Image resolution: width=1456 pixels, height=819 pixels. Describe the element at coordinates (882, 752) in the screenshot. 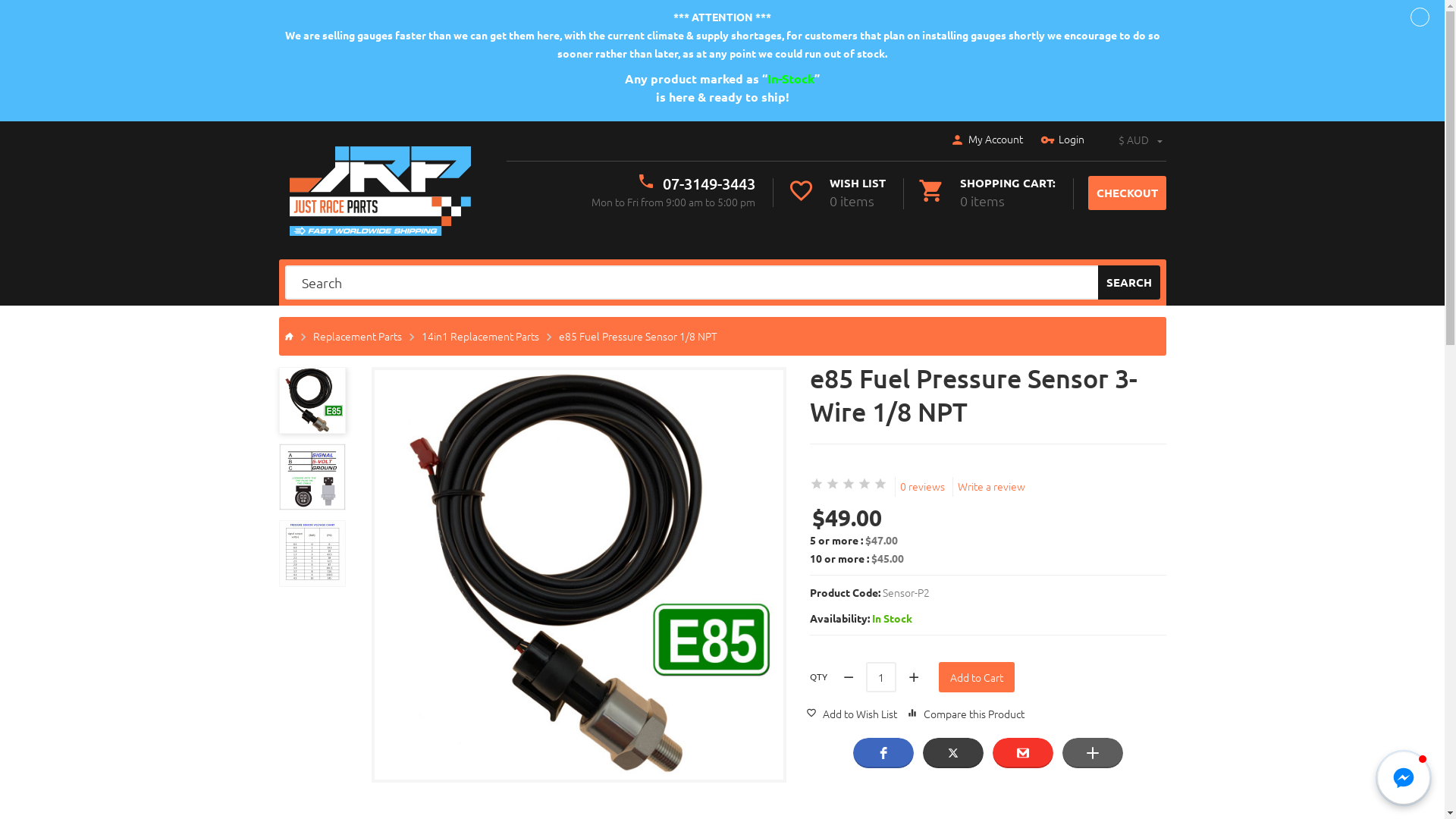

I see `'Facebook'` at that location.